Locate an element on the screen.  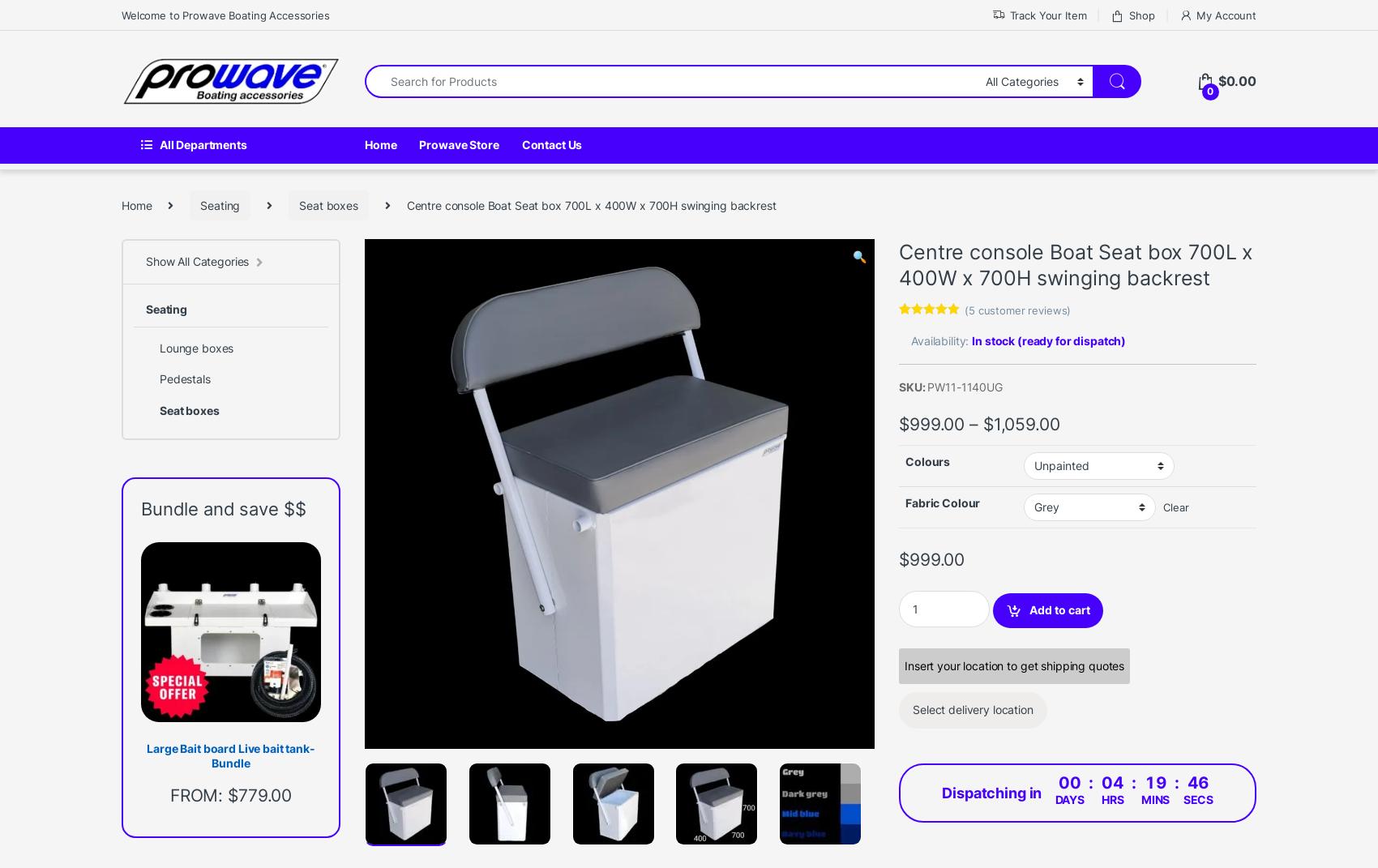
'Related products' is located at coordinates (445, 179).